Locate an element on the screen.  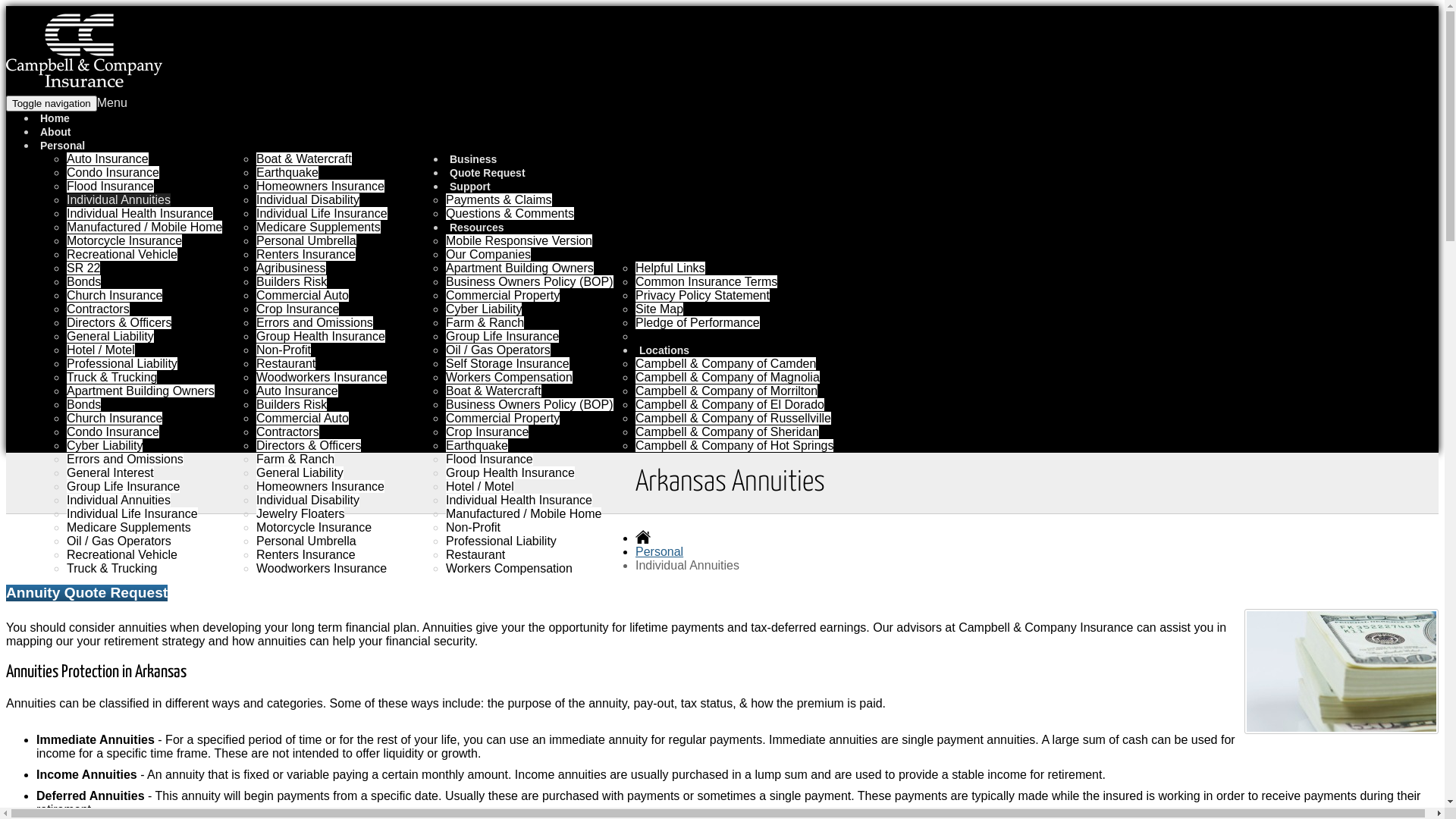
'Woodworkers Insurance' is located at coordinates (320, 568).